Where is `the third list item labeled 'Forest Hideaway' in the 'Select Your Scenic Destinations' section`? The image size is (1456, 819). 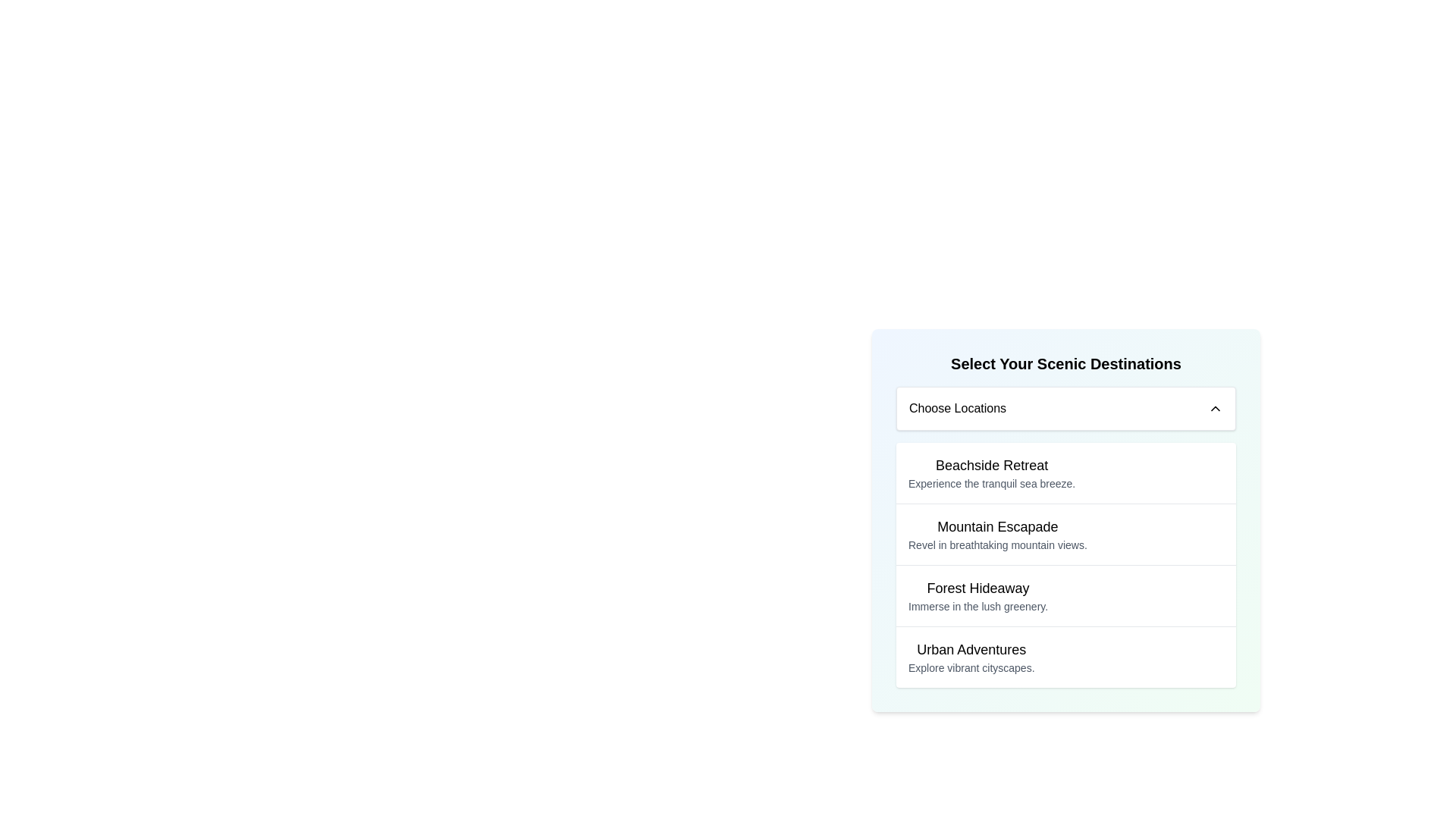
the third list item labeled 'Forest Hideaway' in the 'Select Your Scenic Destinations' section is located at coordinates (1065, 564).